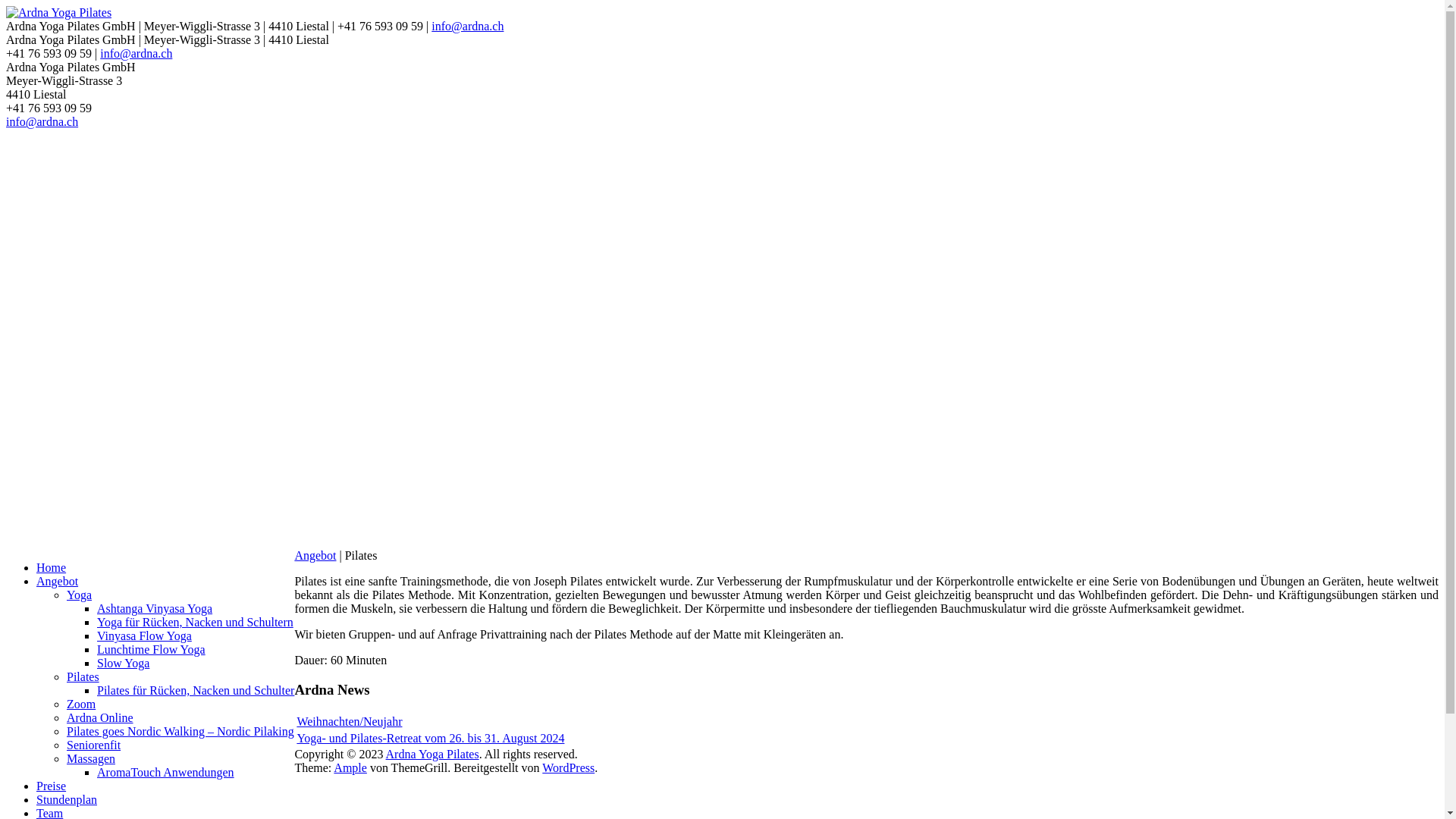 Image resolution: width=1456 pixels, height=819 pixels. Describe the element at coordinates (348, 720) in the screenshot. I see `'Weihnachten/Neujahr'` at that location.